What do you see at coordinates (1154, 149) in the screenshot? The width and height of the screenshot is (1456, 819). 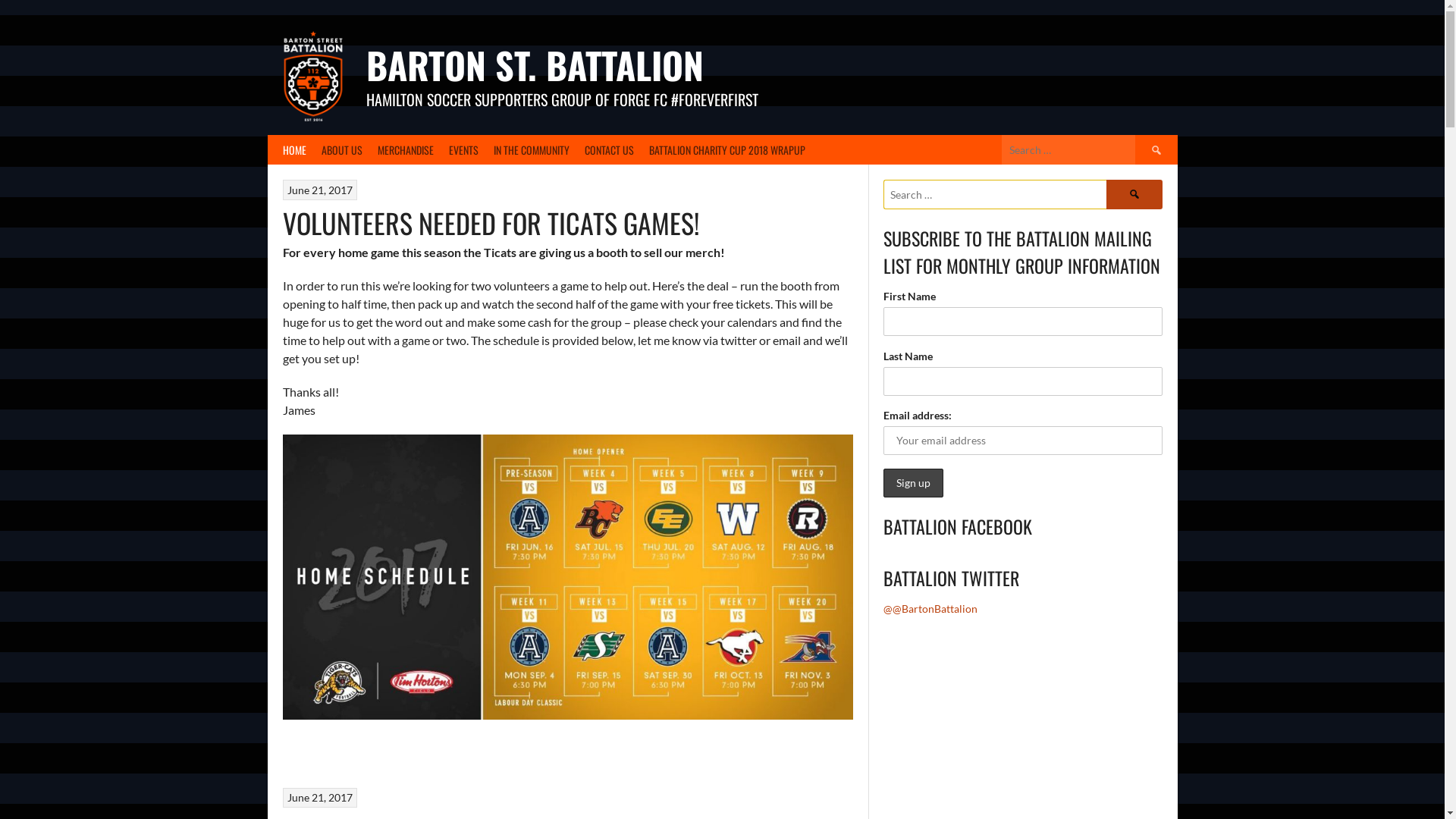 I see `'Search'` at bounding box center [1154, 149].